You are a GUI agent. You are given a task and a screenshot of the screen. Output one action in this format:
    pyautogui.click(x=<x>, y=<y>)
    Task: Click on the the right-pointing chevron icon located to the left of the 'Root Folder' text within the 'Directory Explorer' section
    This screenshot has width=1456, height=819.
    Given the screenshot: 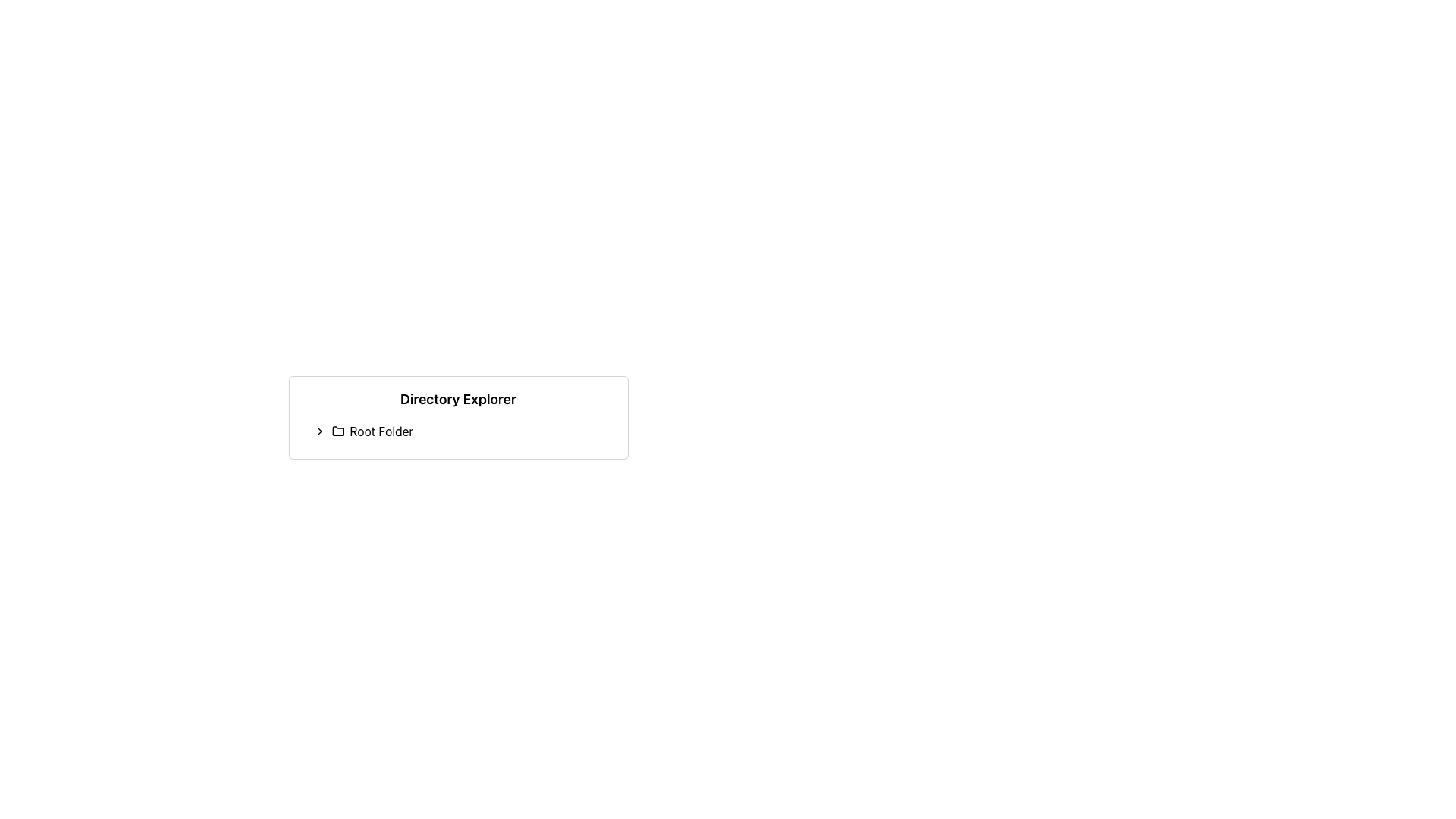 What is the action you would take?
    pyautogui.click(x=318, y=431)
    